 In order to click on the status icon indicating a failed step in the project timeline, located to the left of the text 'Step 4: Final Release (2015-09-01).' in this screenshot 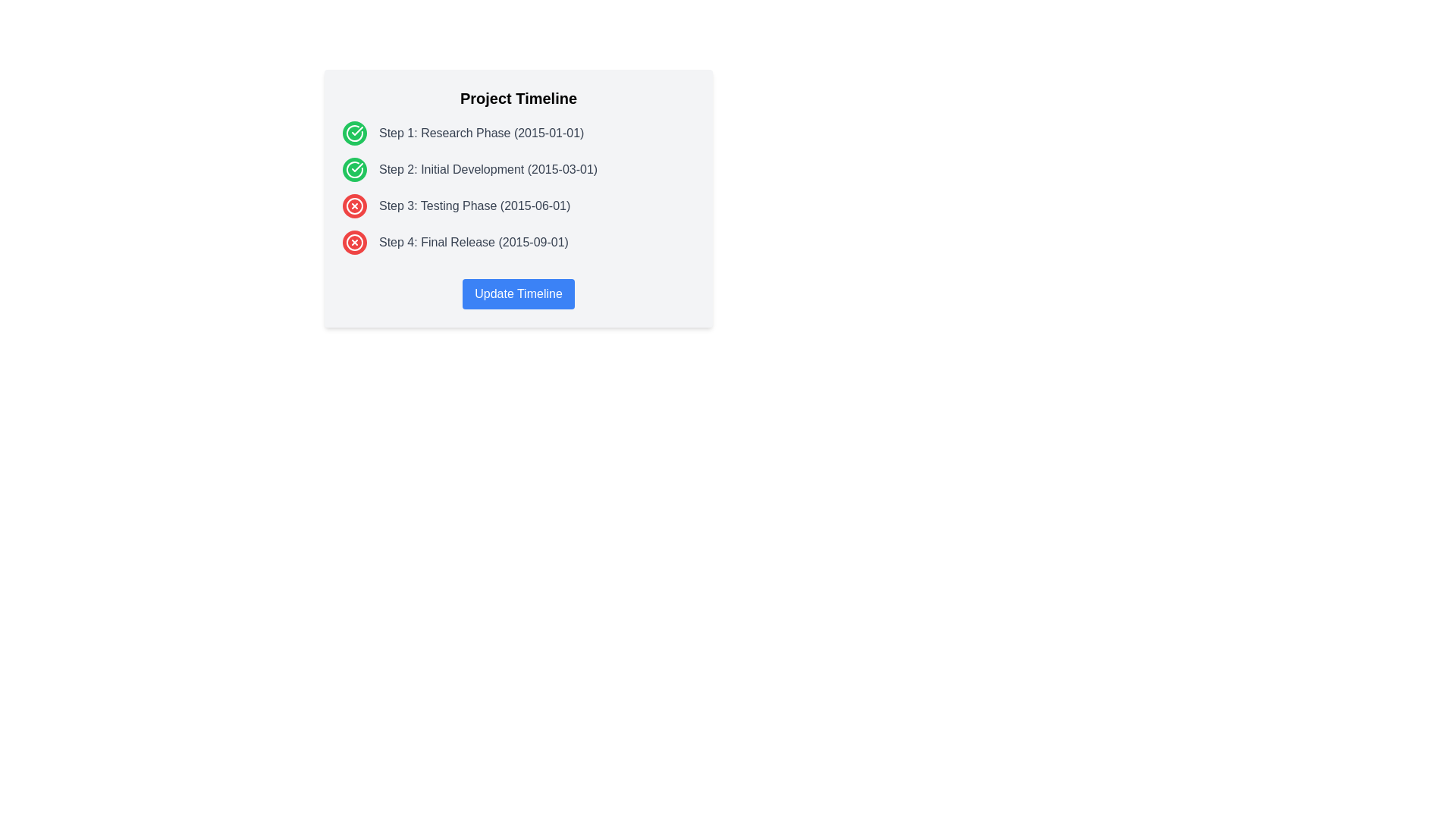, I will do `click(353, 206)`.